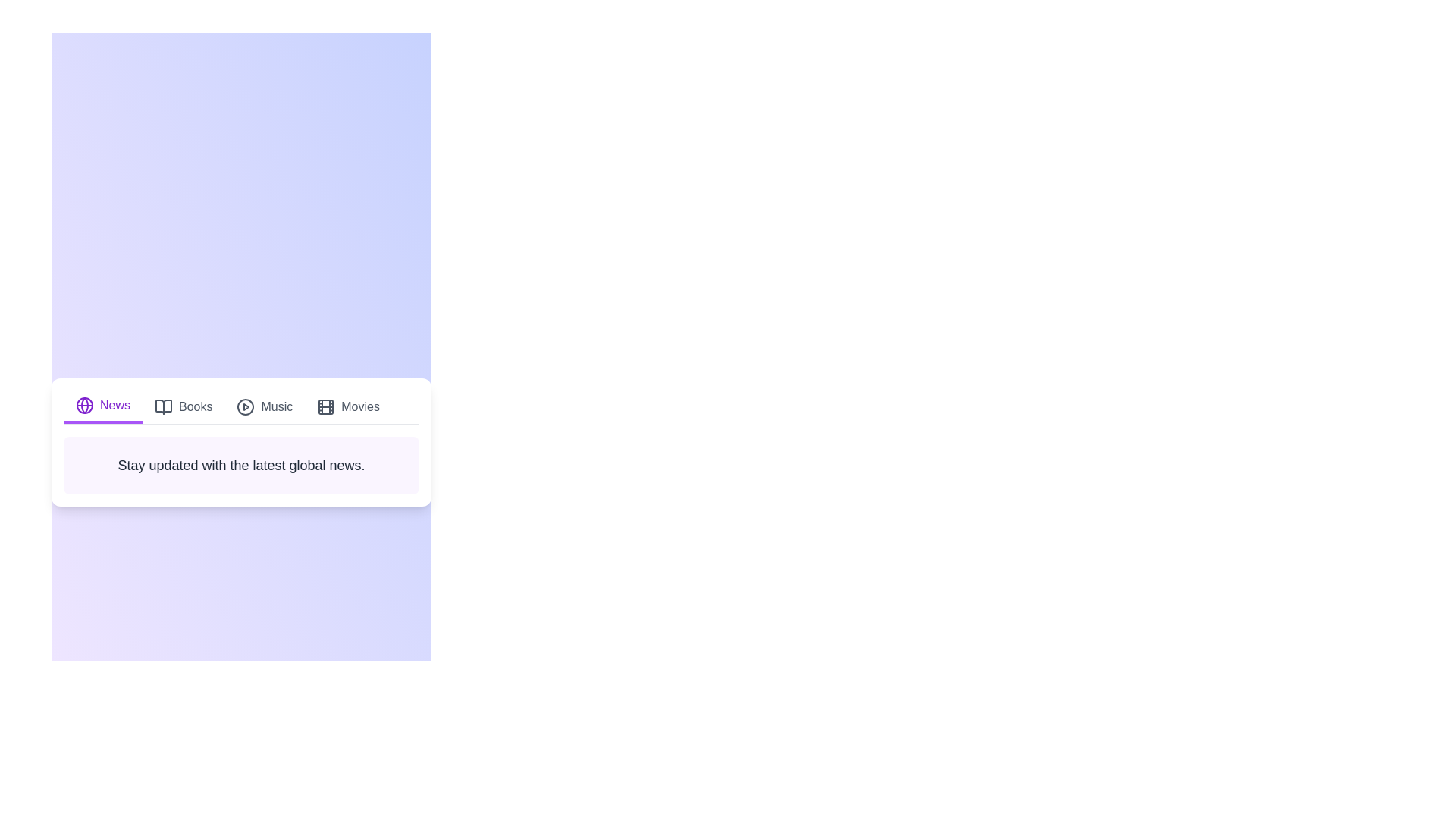  I want to click on the Music tab to view its content, so click(265, 406).